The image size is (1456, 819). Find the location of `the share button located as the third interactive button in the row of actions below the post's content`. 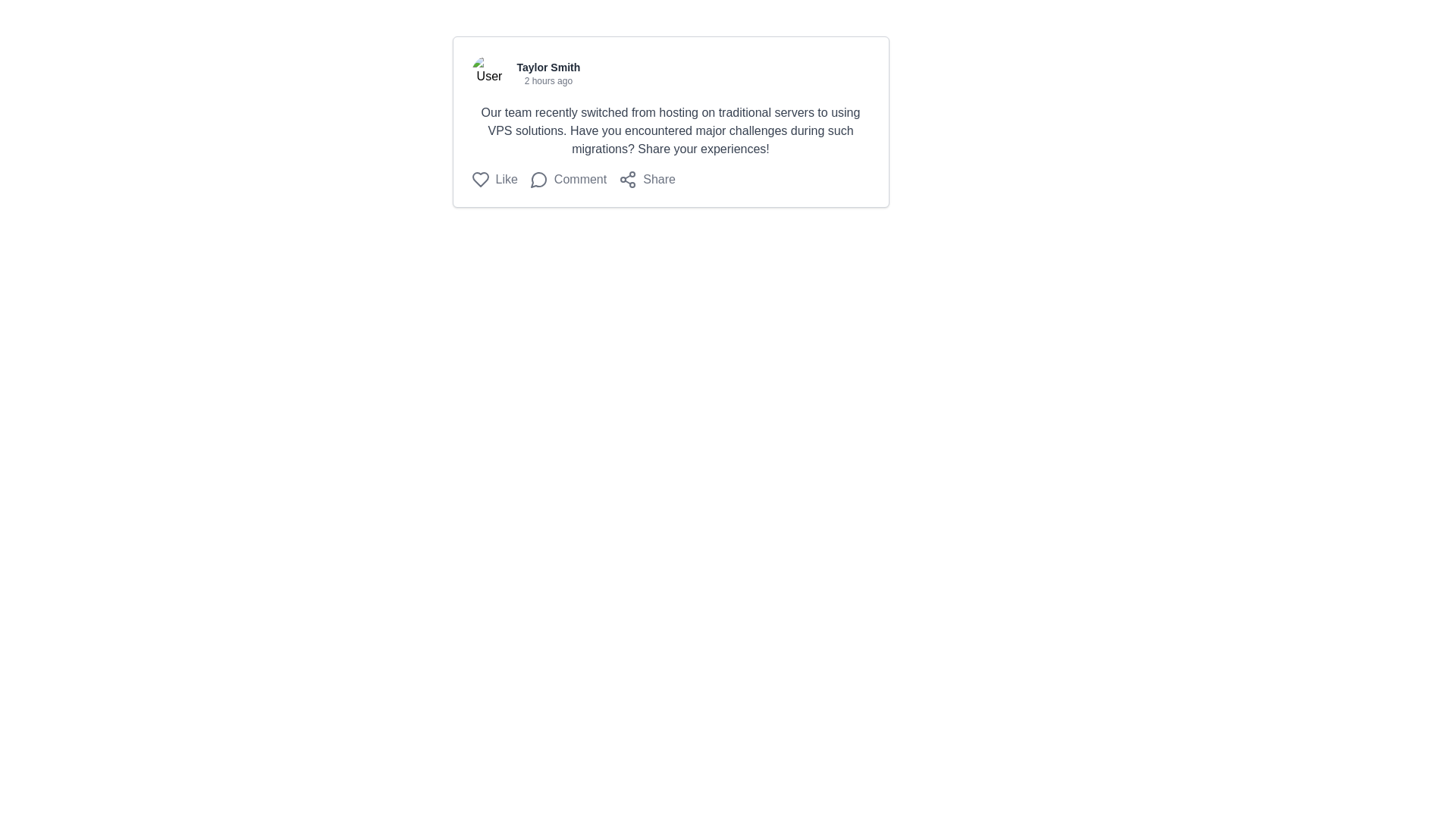

the share button located as the third interactive button in the row of actions below the post's content is located at coordinates (647, 178).